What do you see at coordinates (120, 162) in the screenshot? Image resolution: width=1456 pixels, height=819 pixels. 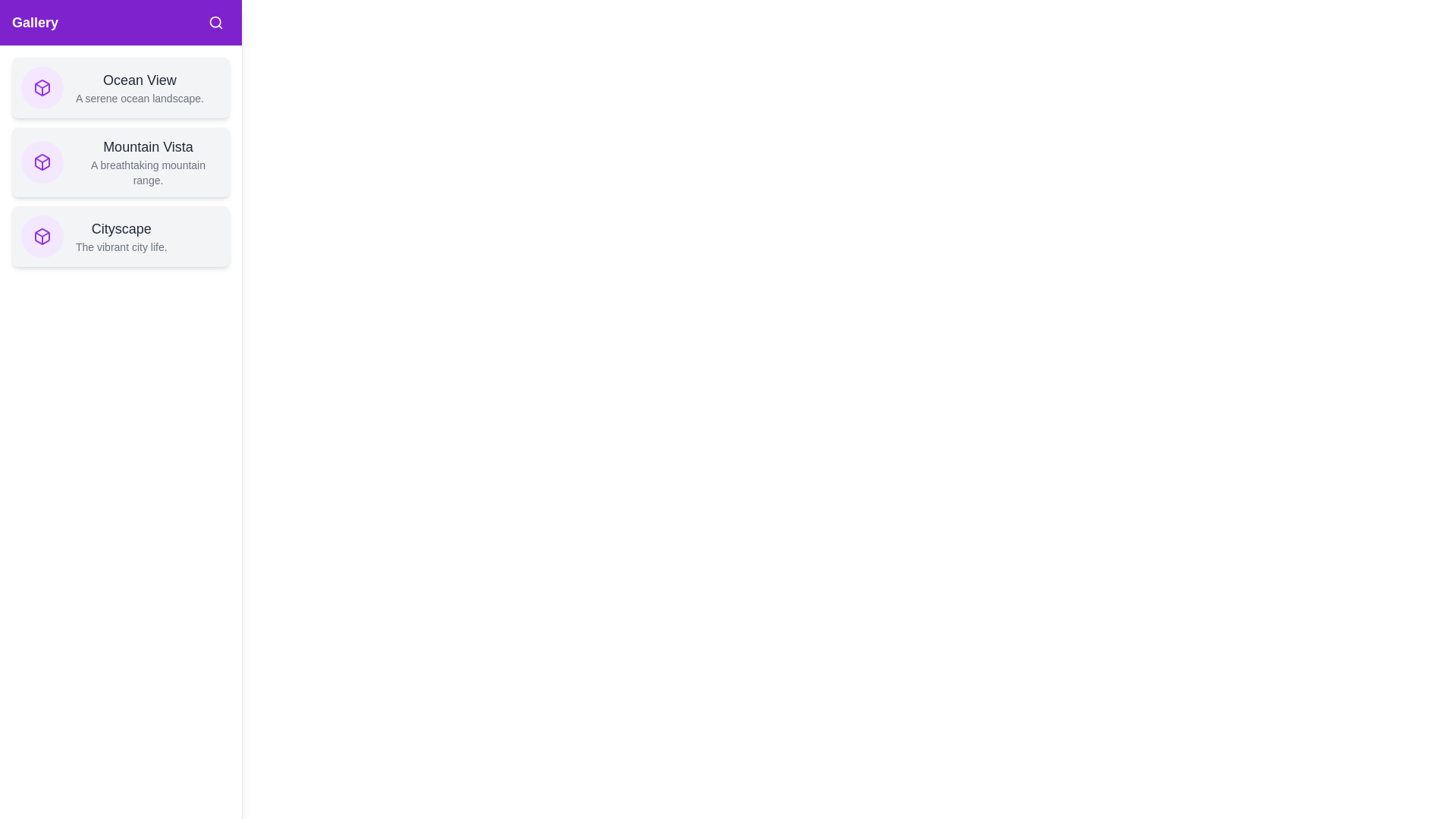 I see `the gallery item titled Mountain Vista` at bounding box center [120, 162].